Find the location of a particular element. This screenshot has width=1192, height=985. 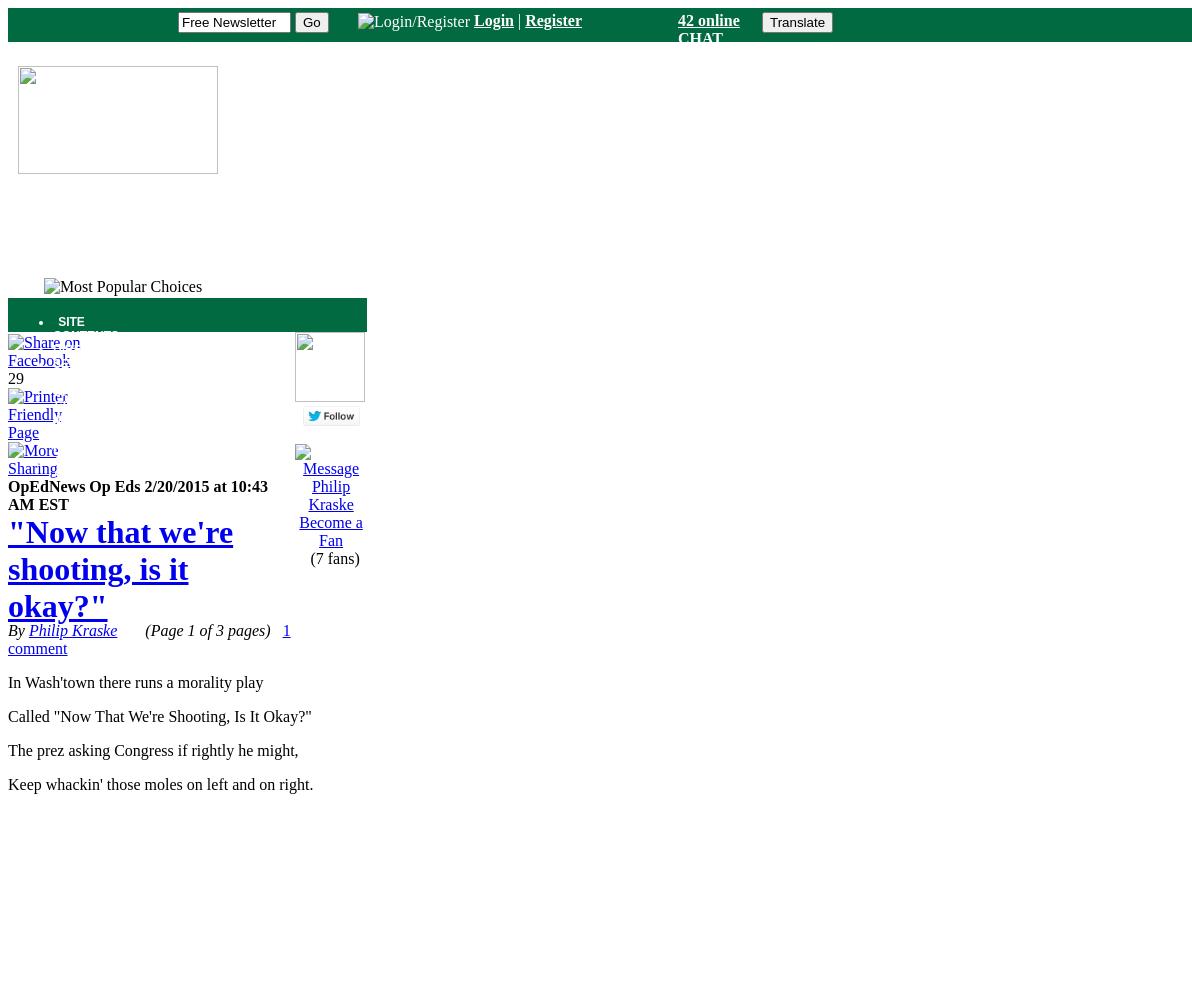

'Ad Rates' is located at coordinates (71, 439).